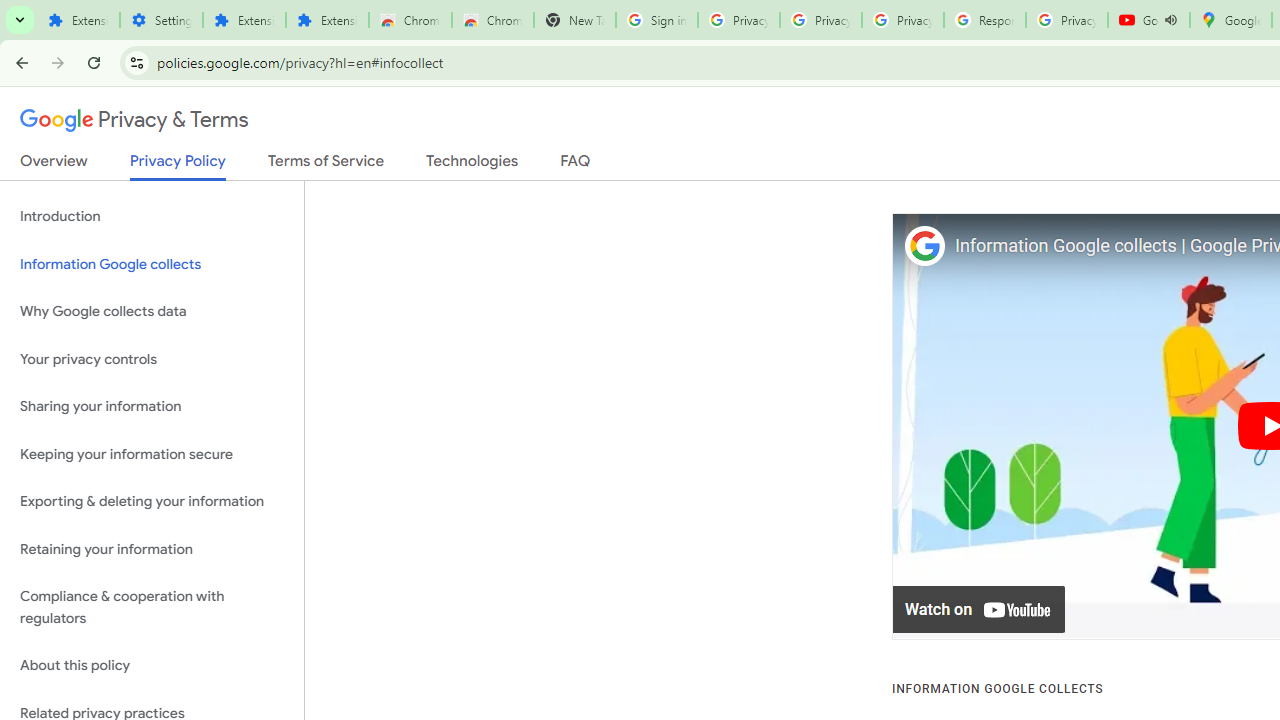  I want to click on 'Settings', so click(161, 20).